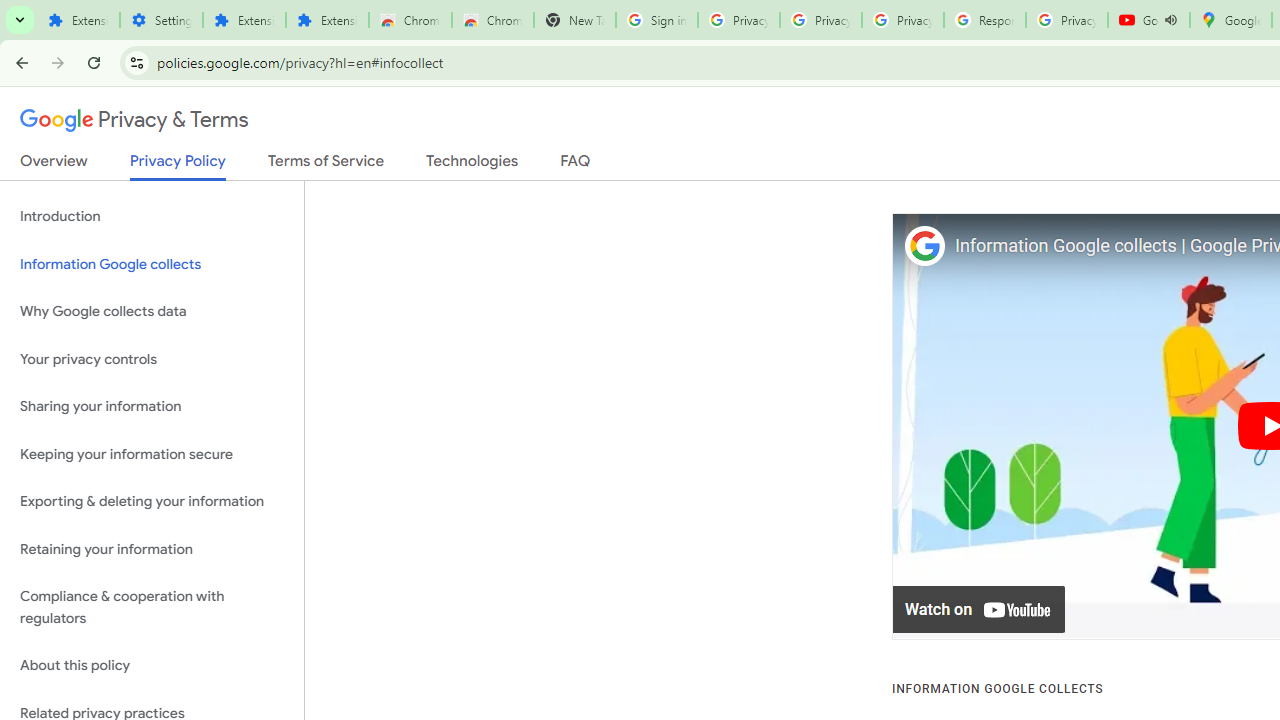  I want to click on 'Settings', so click(161, 20).